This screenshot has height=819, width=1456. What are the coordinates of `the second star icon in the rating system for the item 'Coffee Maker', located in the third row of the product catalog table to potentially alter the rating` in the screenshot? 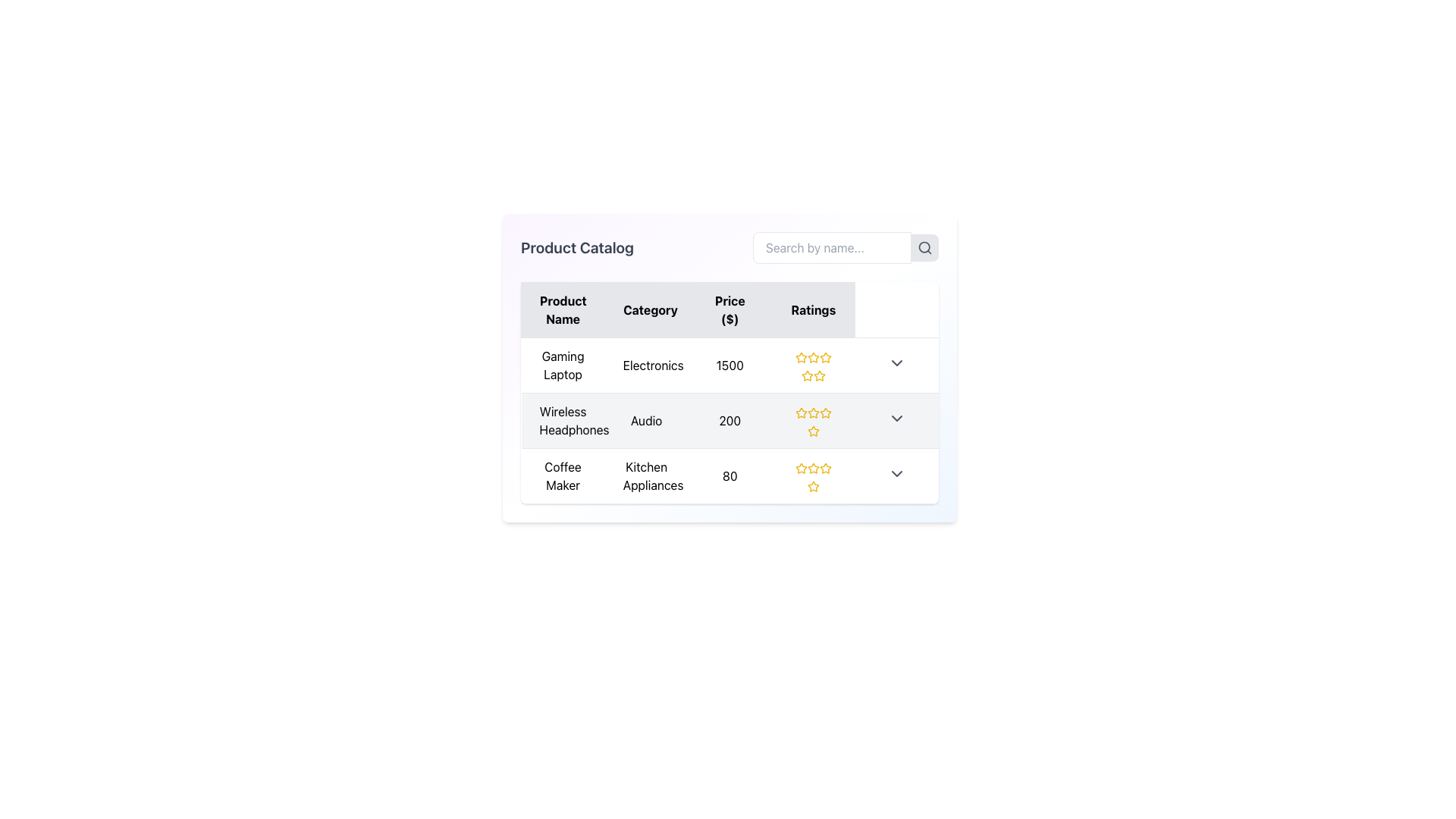 It's located at (824, 467).